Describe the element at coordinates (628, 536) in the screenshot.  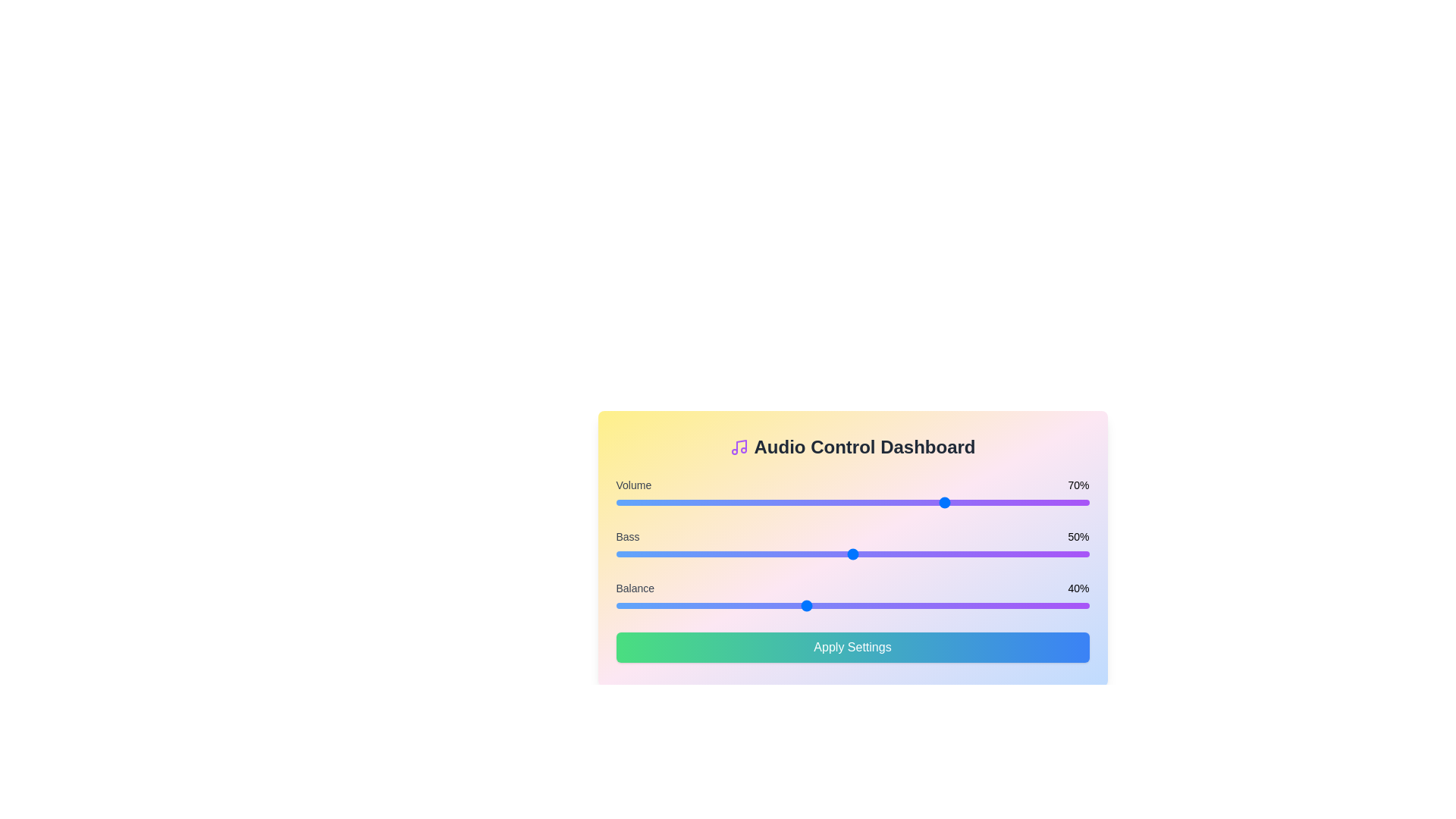
I see `the 'Bass' level text label located in the second section of the dashboard layout, positioned left of the 50% progress bar, under the 'Volume' section and above the 'Balance' section` at that location.